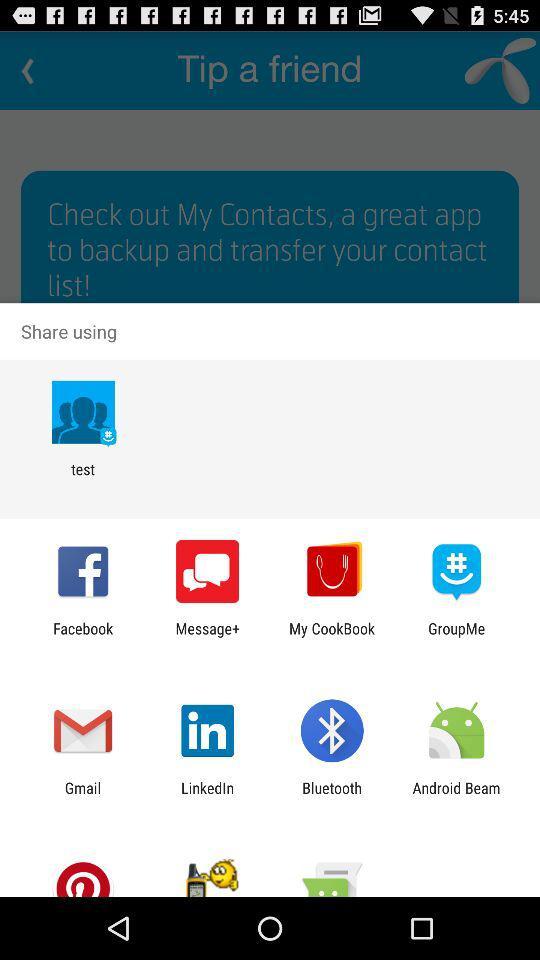 This screenshot has height=960, width=540. What do you see at coordinates (332, 796) in the screenshot?
I see `icon to the right of the linkedin app` at bounding box center [332, 796].